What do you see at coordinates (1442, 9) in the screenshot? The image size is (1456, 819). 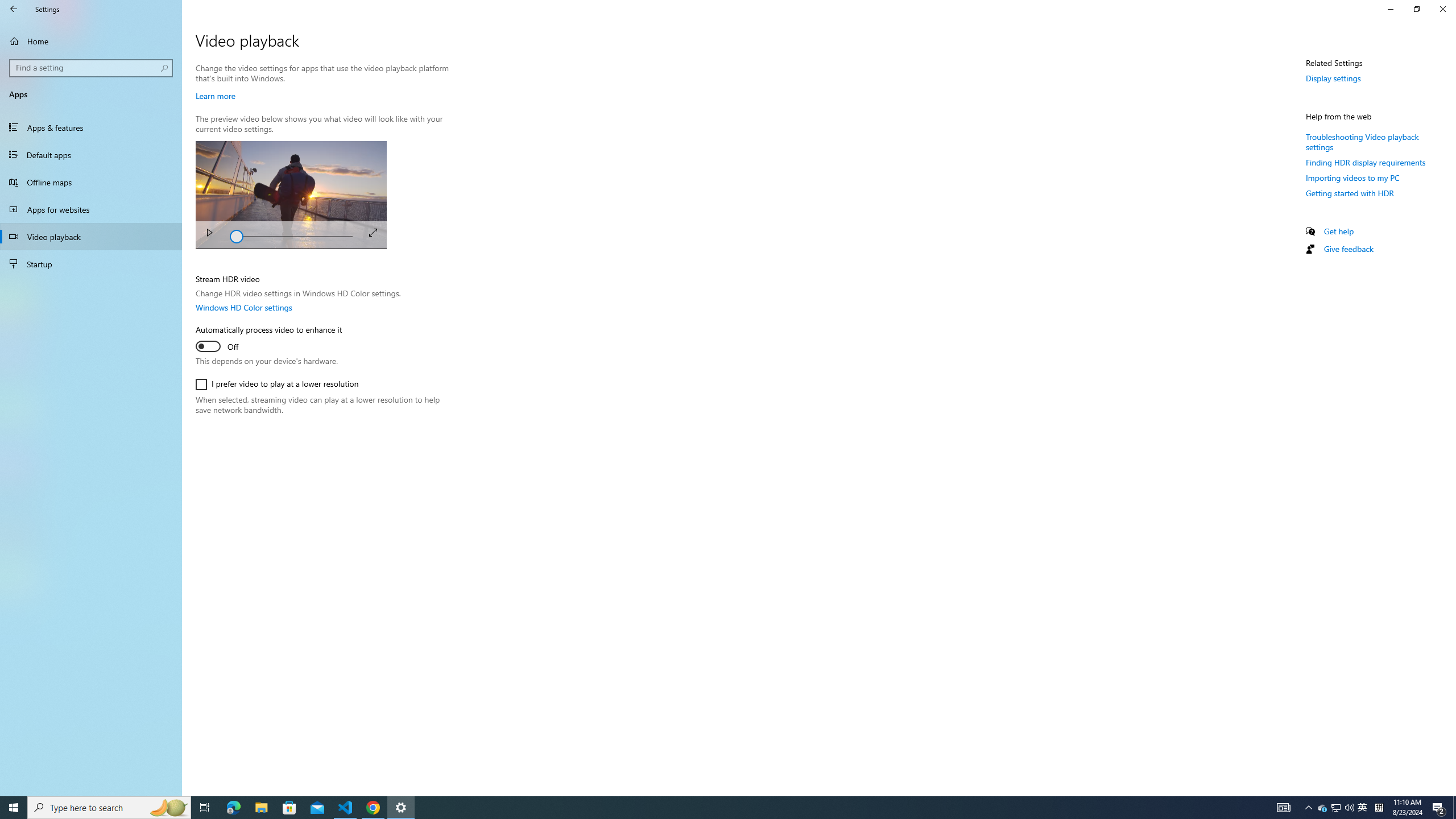 I see `'Close Settings'` at bounding box center [1442, 9].